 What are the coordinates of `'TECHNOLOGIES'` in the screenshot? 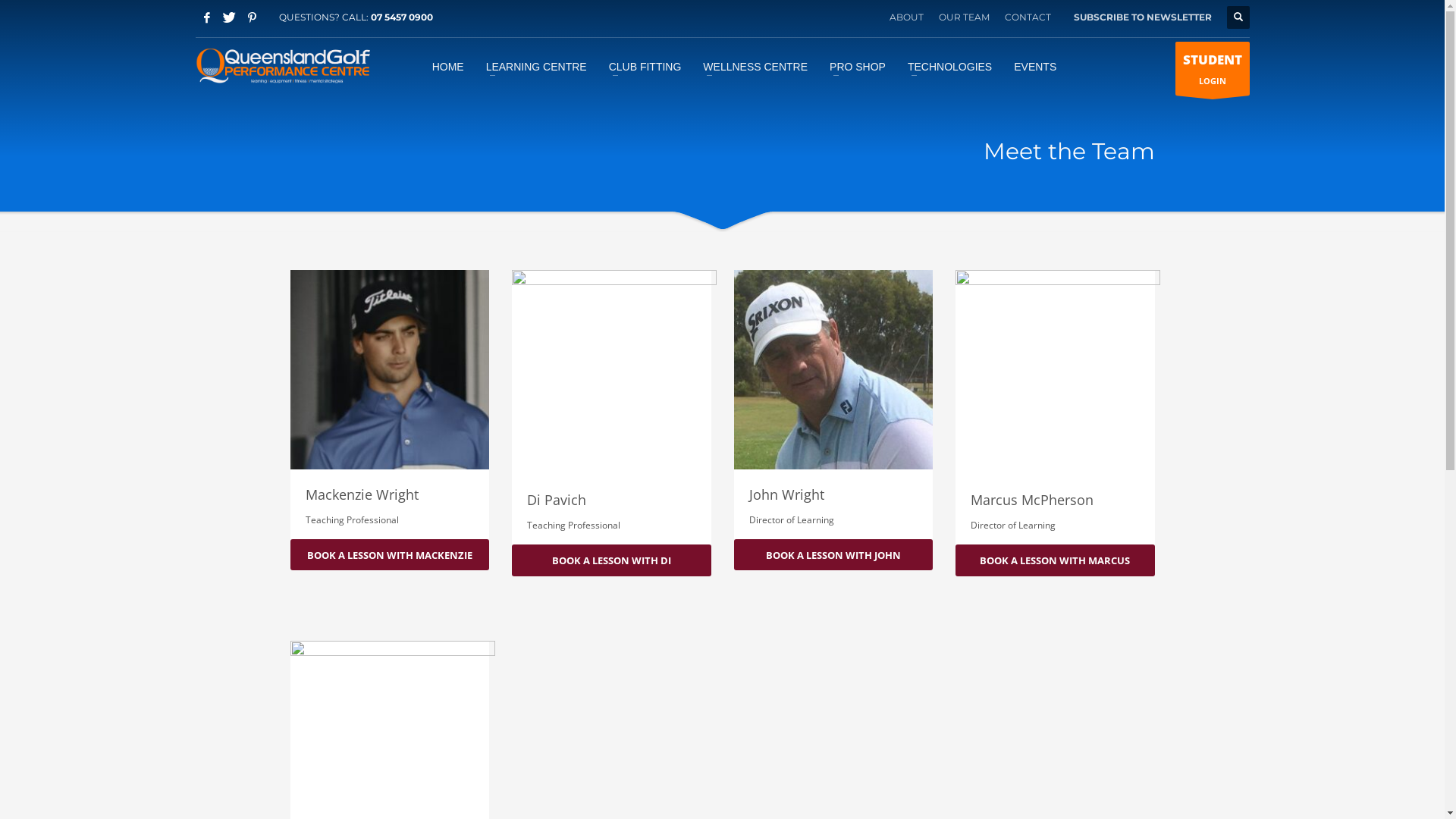 It's located at (949, 65).